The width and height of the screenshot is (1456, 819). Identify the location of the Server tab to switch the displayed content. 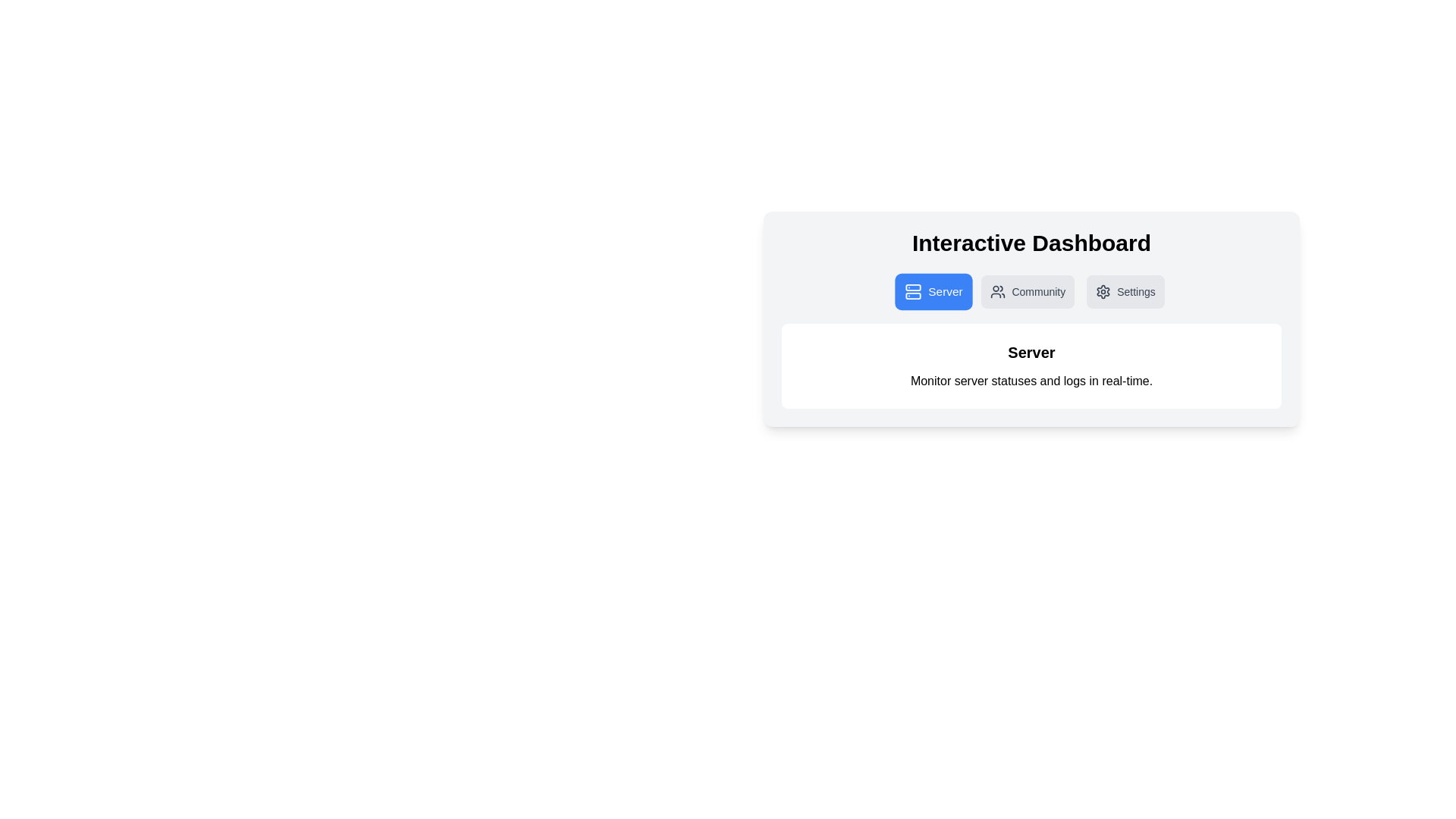
(933, 292).